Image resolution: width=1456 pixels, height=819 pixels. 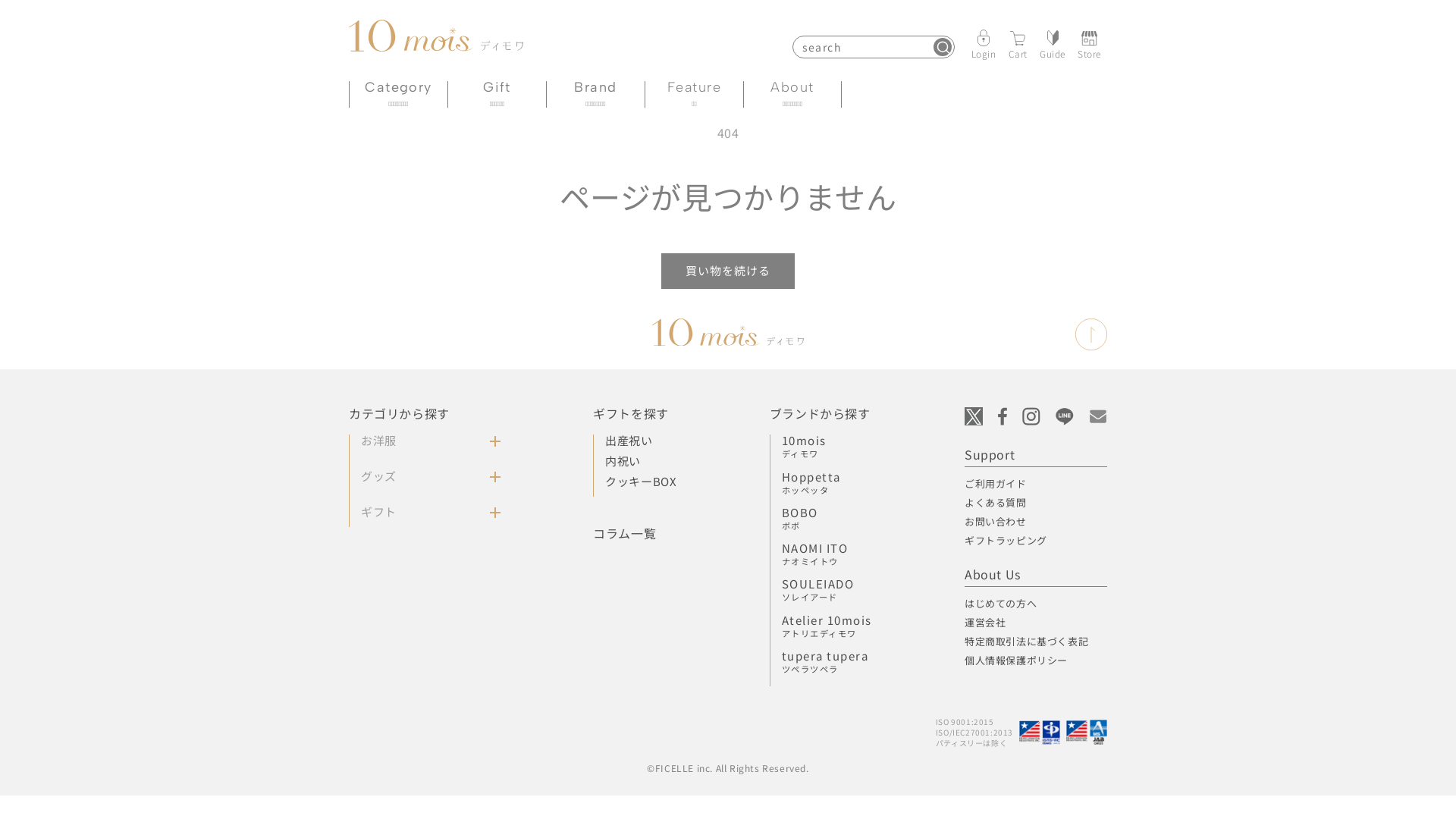 What do you see at coordinates (984, 42) in the screenshot?
I see `'Login'` at bounding box center [984, 42].